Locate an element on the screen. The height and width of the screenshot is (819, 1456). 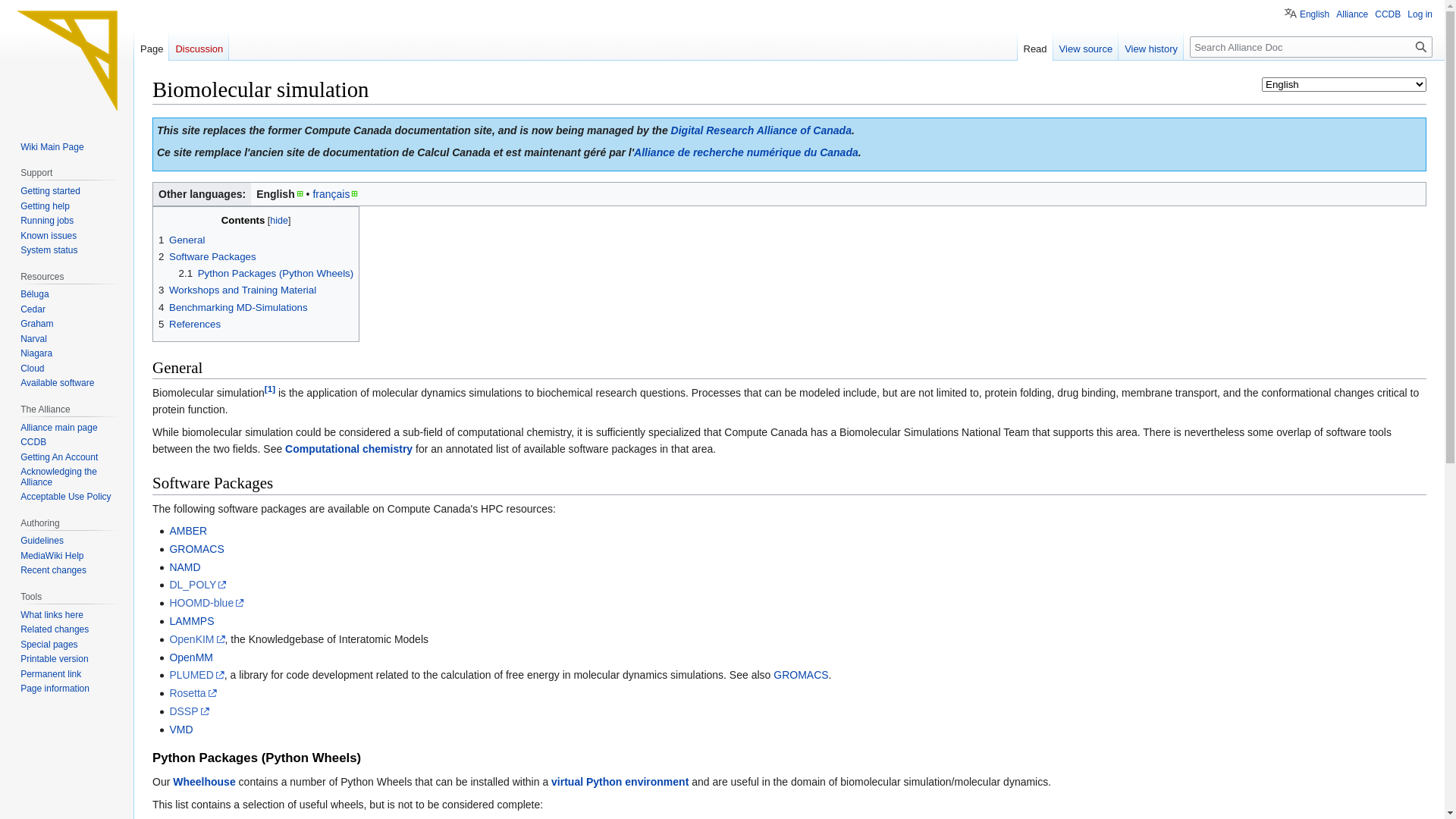
'GROMACS' is located at coordinates (800, 674).